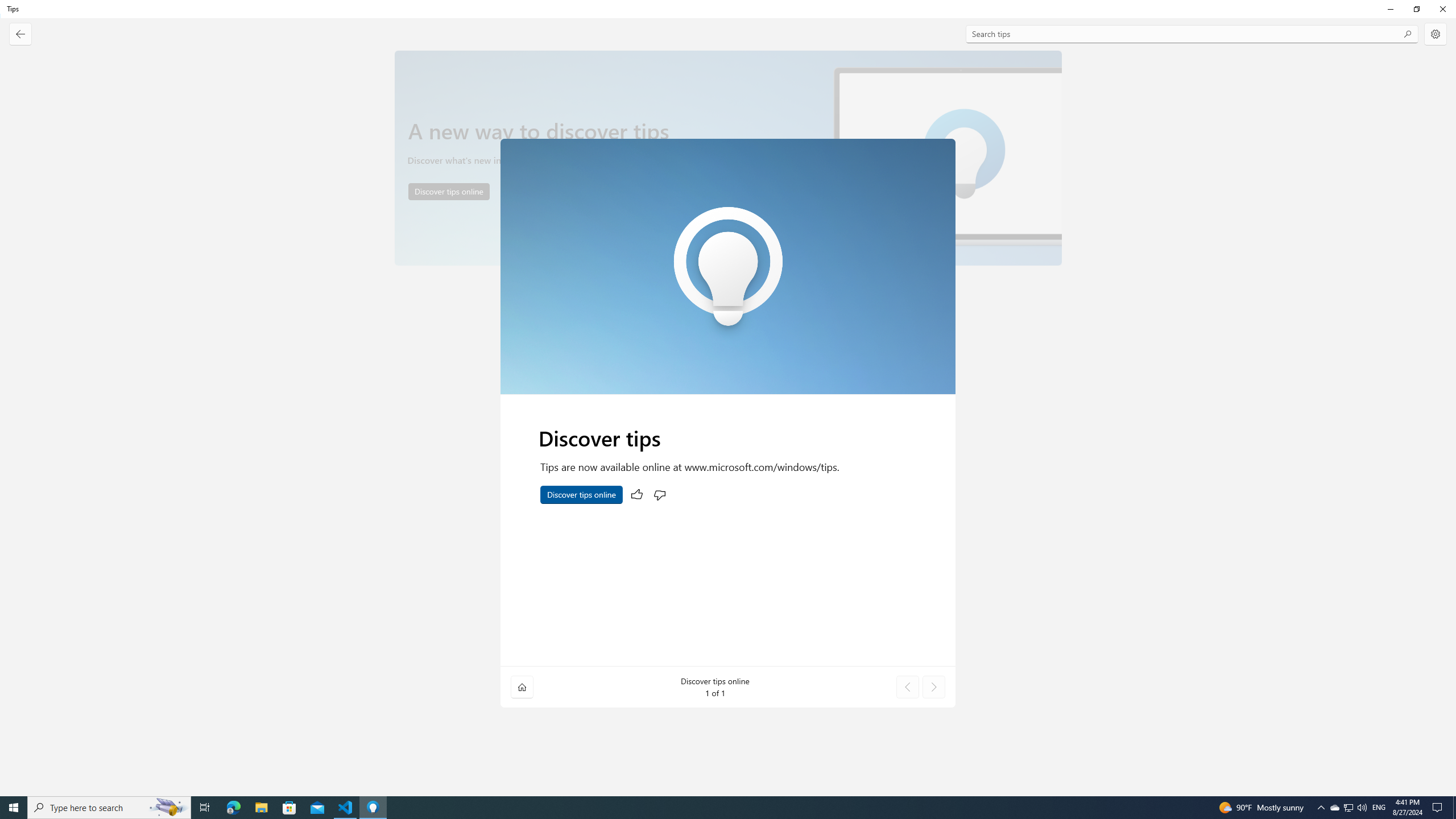 Image resolution: width=1456 pixels, height=819 pixels. I want to click on 'Close Tips', so click(1442, 9).